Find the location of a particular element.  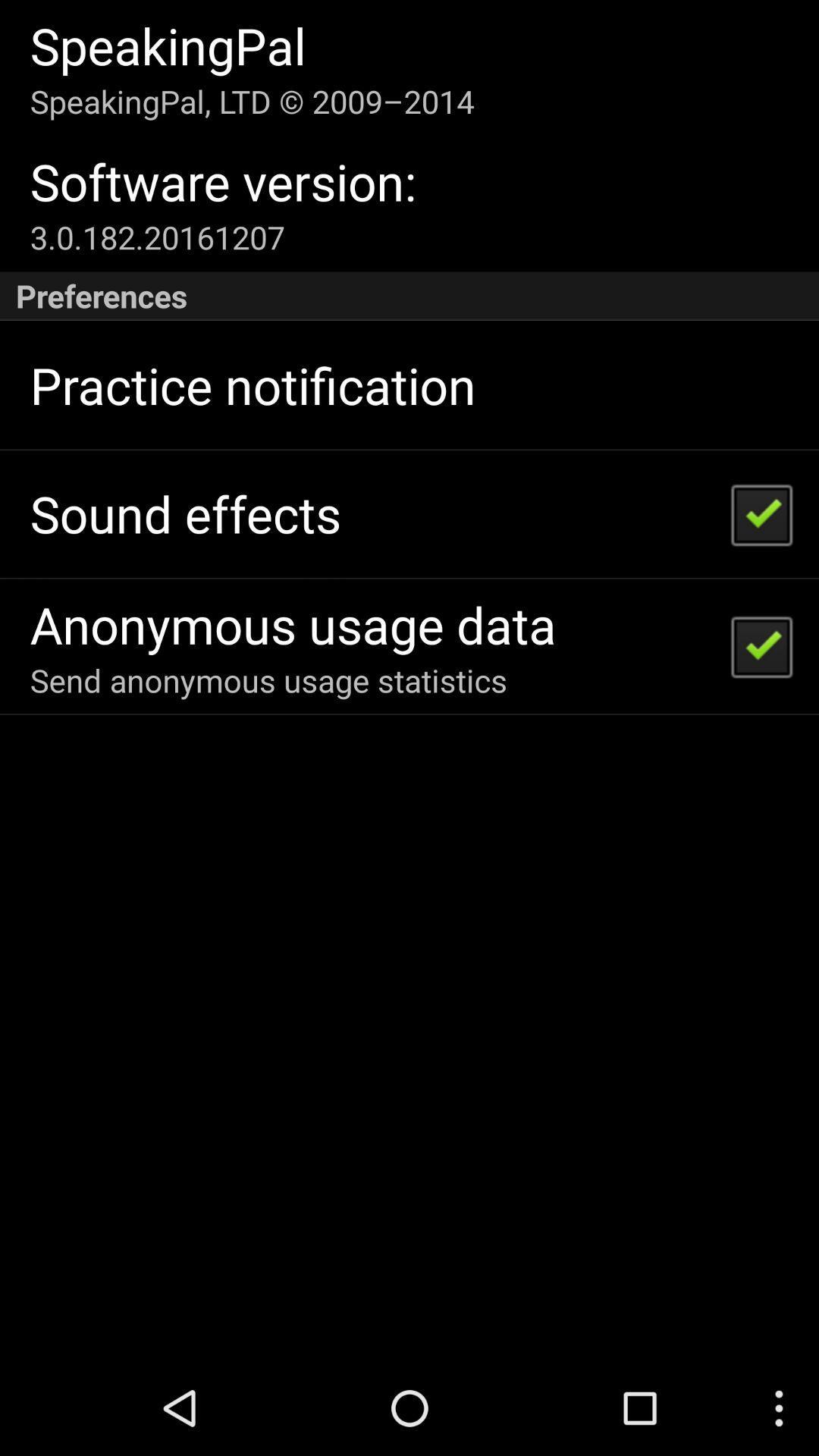

software version: app is located at coordinates (223, 181).